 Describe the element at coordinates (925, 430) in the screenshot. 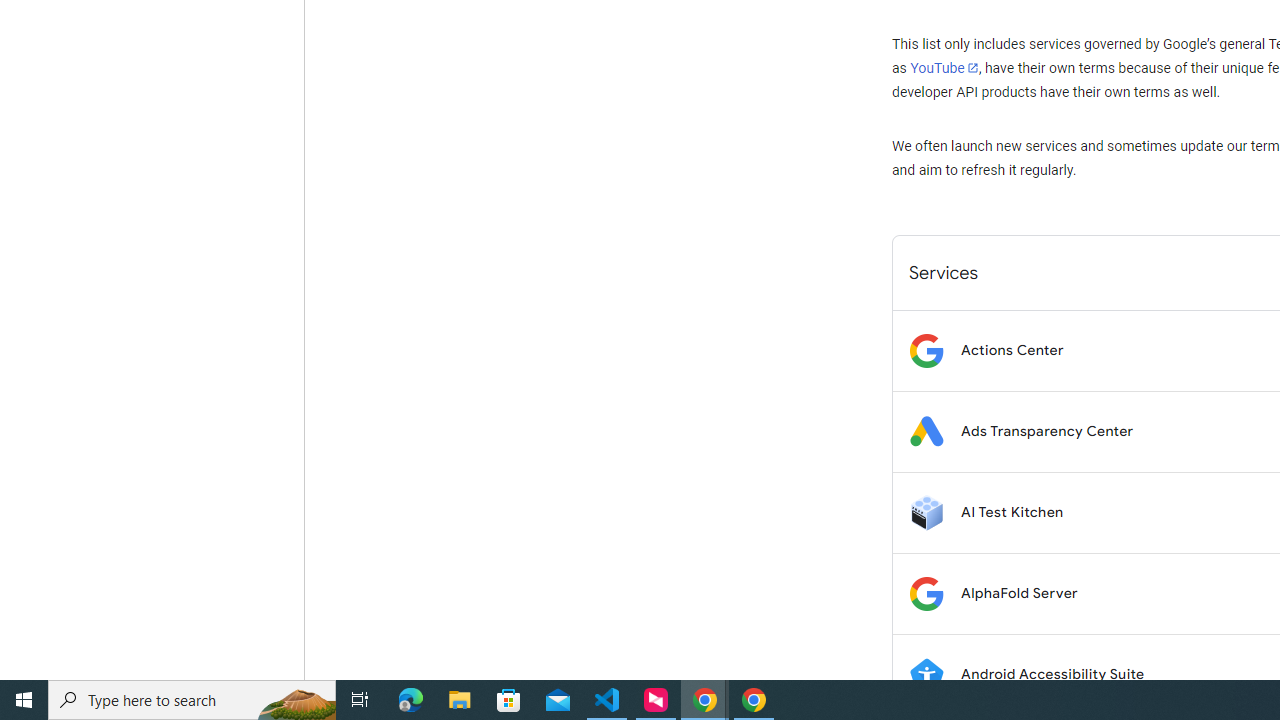

I see `'Logo for Ads Transparency Center'` at that location.